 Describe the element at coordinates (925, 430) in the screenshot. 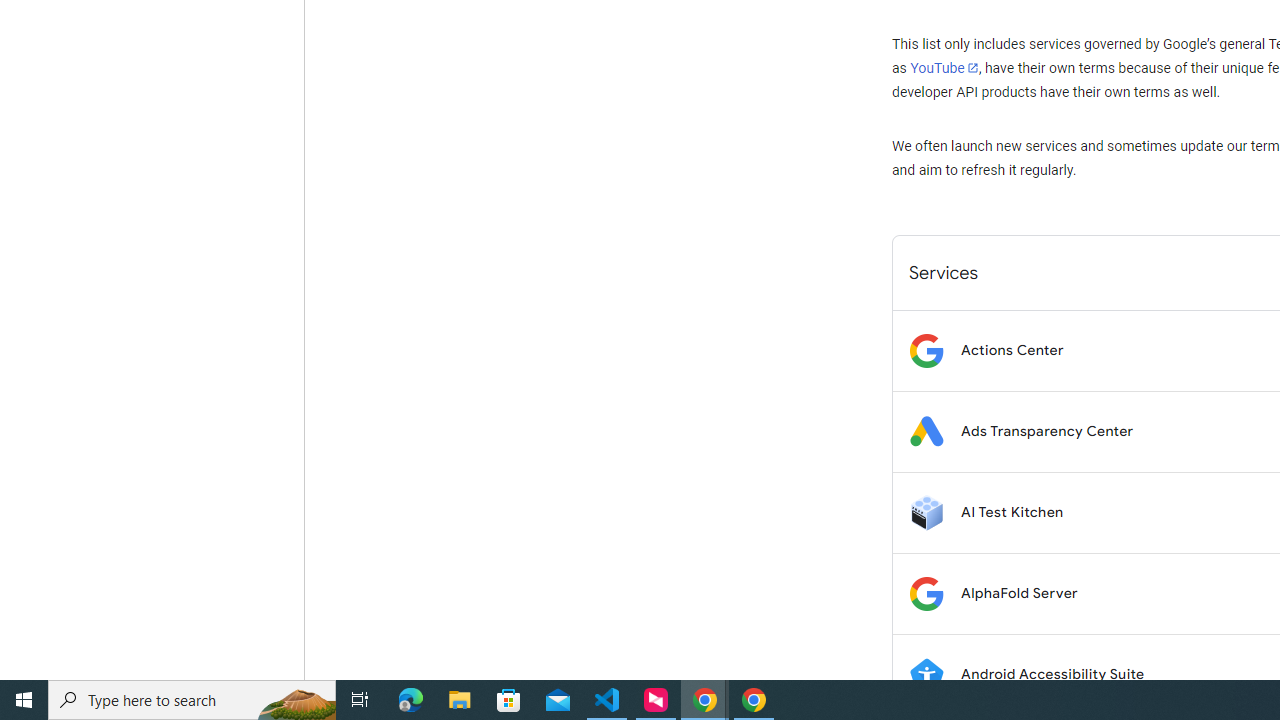

I see `'Logo for Ads Transparency Center'` at that location.